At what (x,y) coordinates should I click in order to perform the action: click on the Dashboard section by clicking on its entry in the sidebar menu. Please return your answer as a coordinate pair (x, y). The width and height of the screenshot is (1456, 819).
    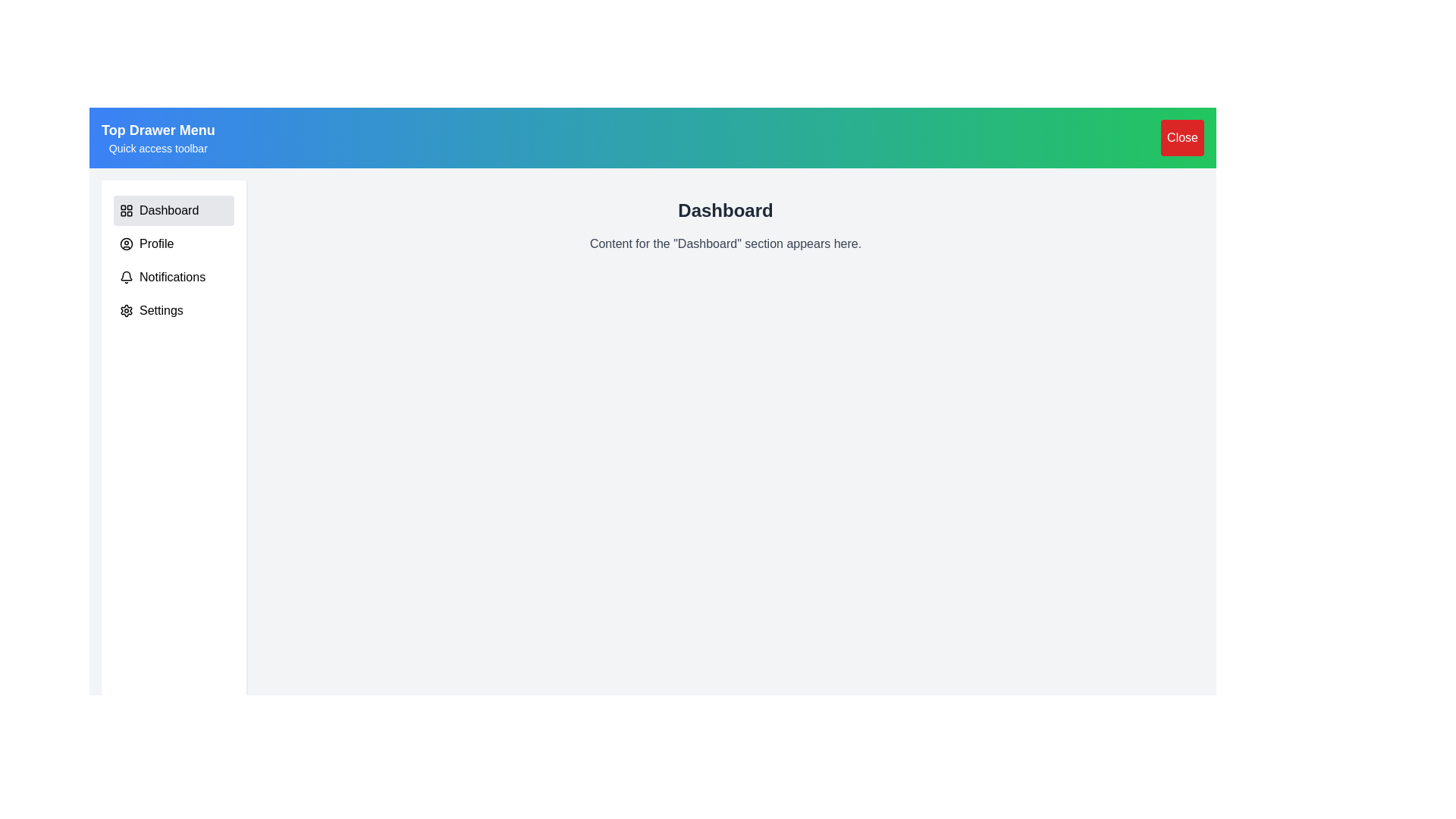
    Looking at the image, I should click on (174, 210).